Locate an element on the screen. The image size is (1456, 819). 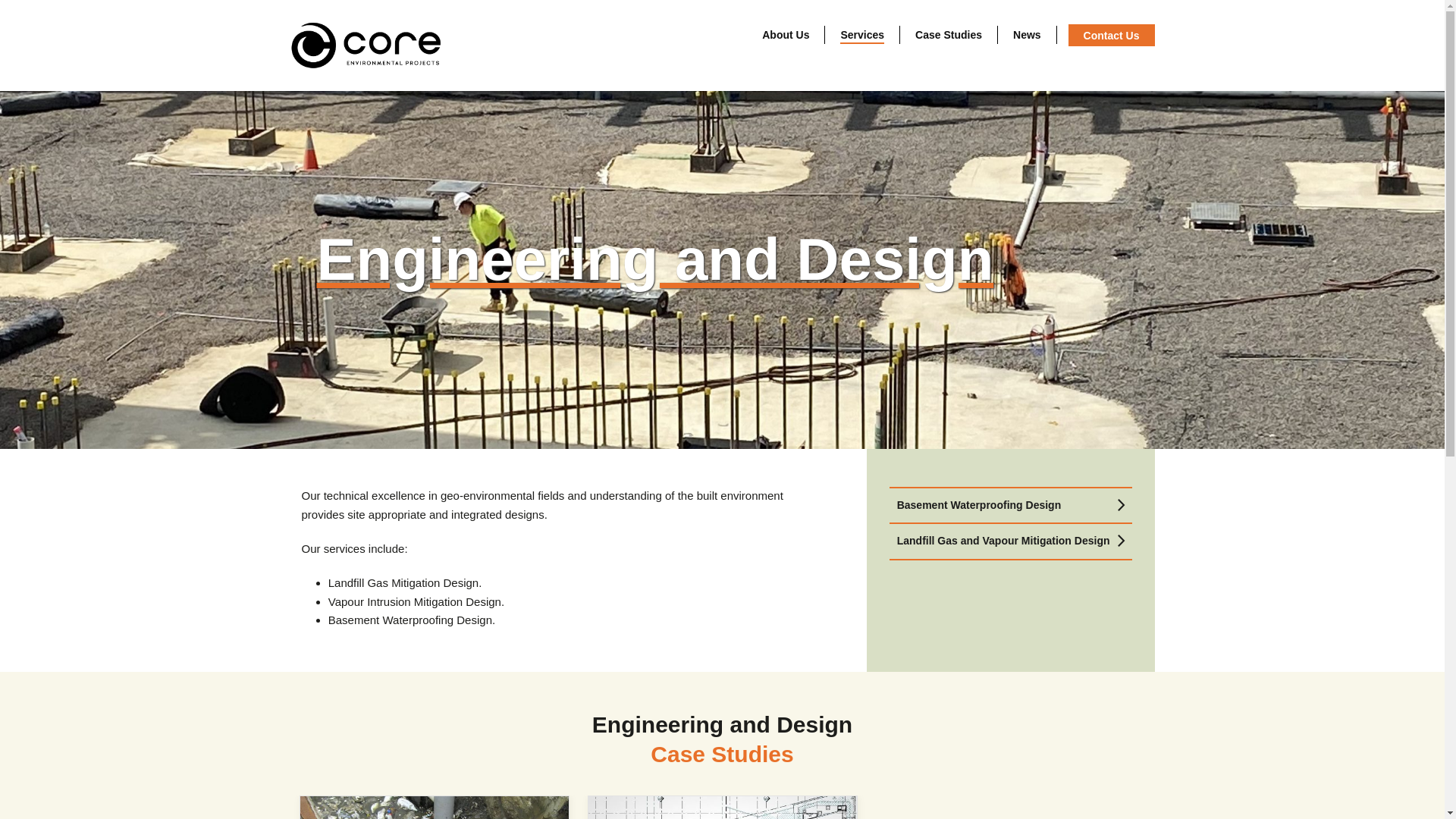
'Basement Waterproofing Design' is located at coordinates (1010, 505).